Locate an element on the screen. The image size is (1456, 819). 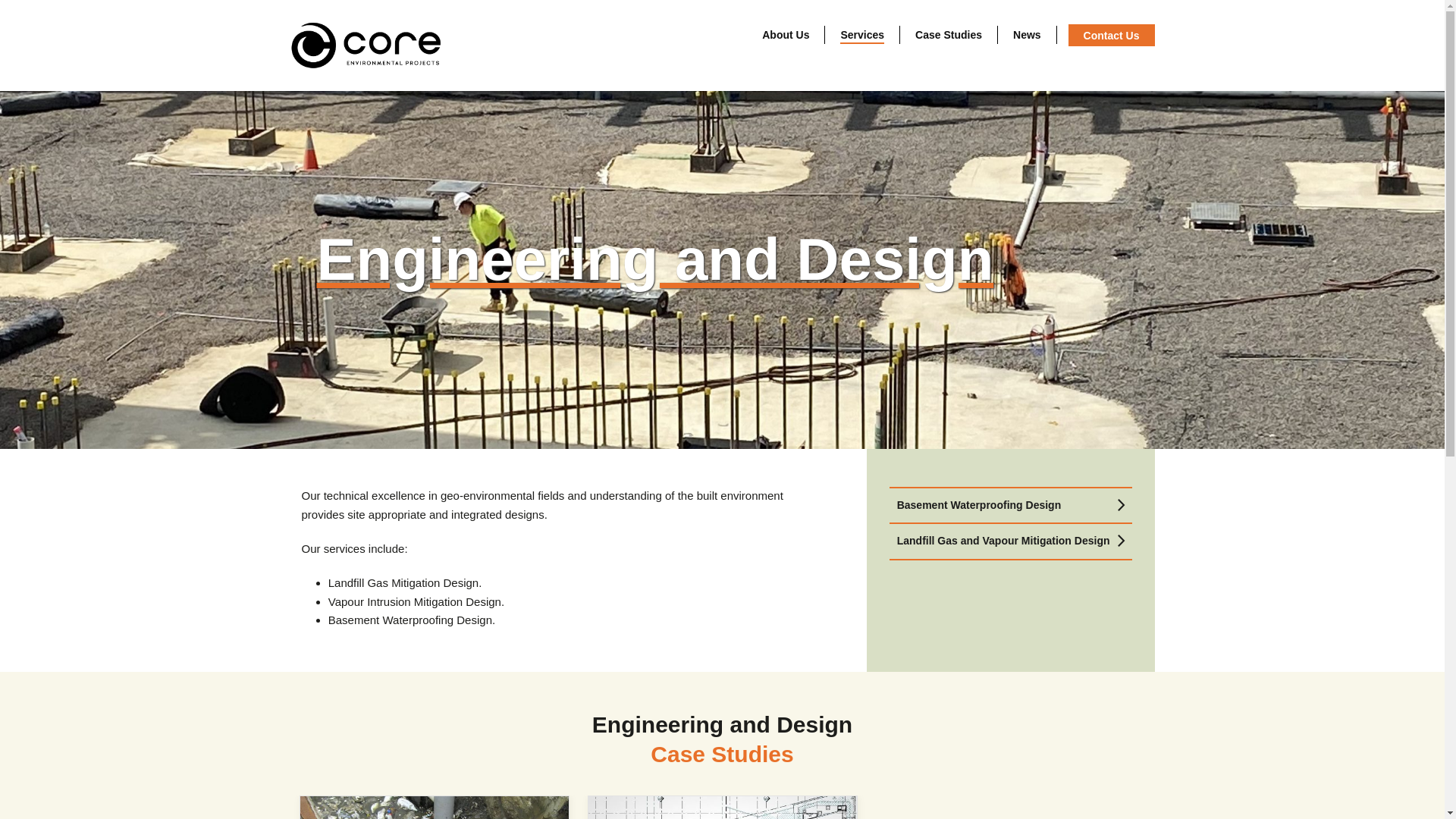
'Basement Waterproofing Design' is located at coordinates (1010, 505).